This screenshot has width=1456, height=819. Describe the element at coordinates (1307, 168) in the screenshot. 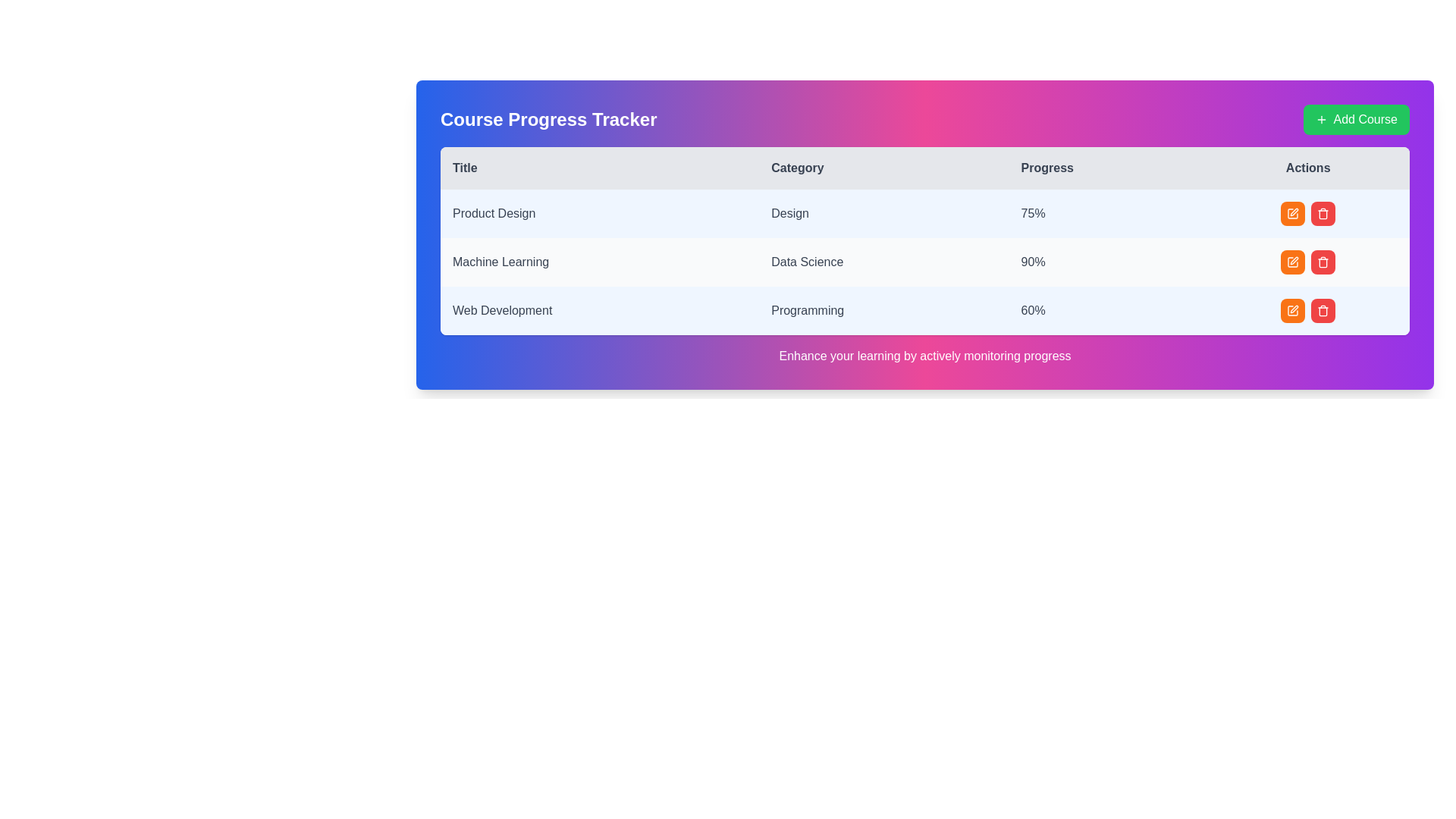

I see `the 'Actions' text label located in the fourth column header of the table, which is displayed in dark font on a light gray background` at that location.